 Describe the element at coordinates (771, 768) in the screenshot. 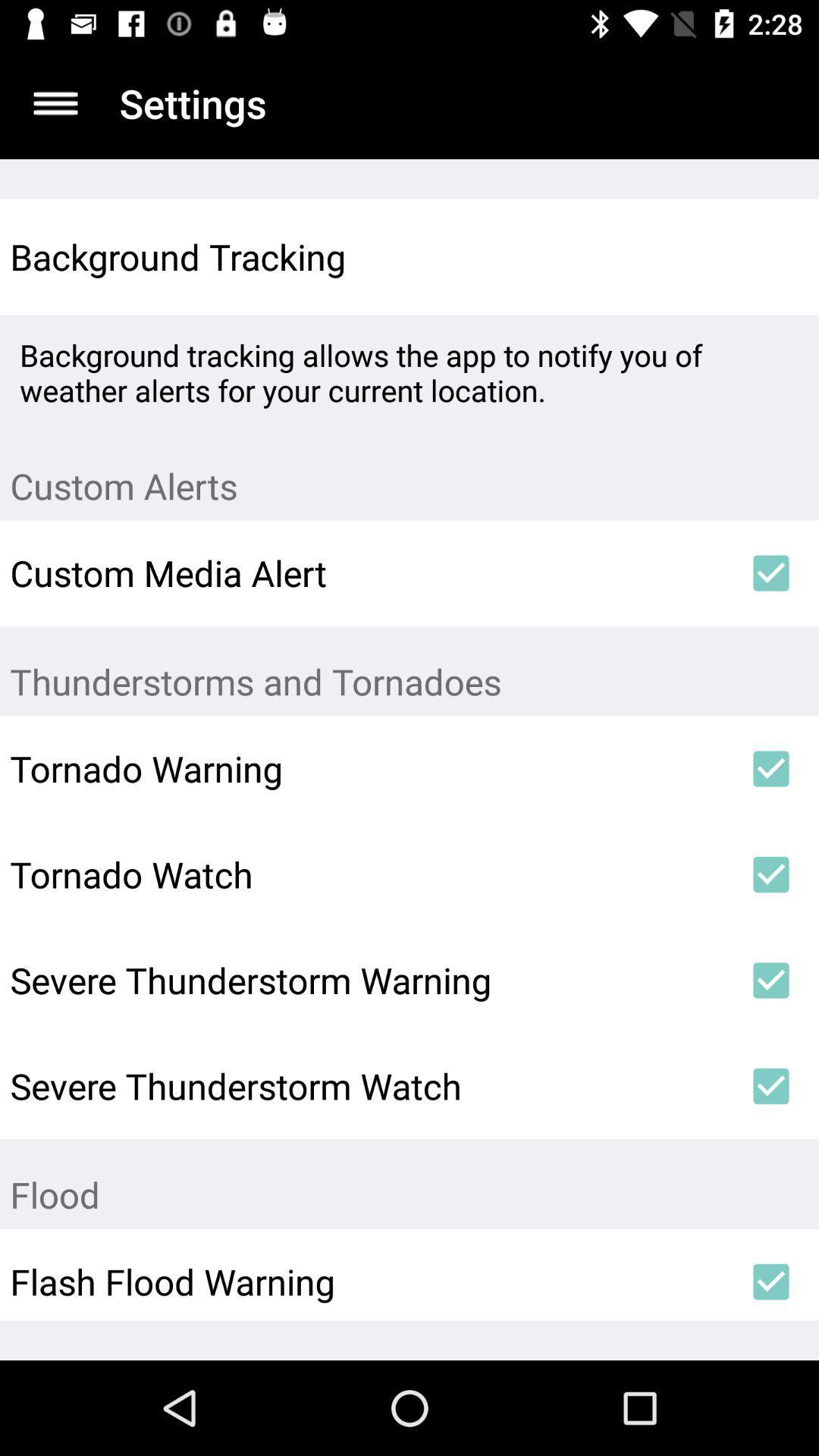

I see `icon to the right of tornado warning item` at that location.